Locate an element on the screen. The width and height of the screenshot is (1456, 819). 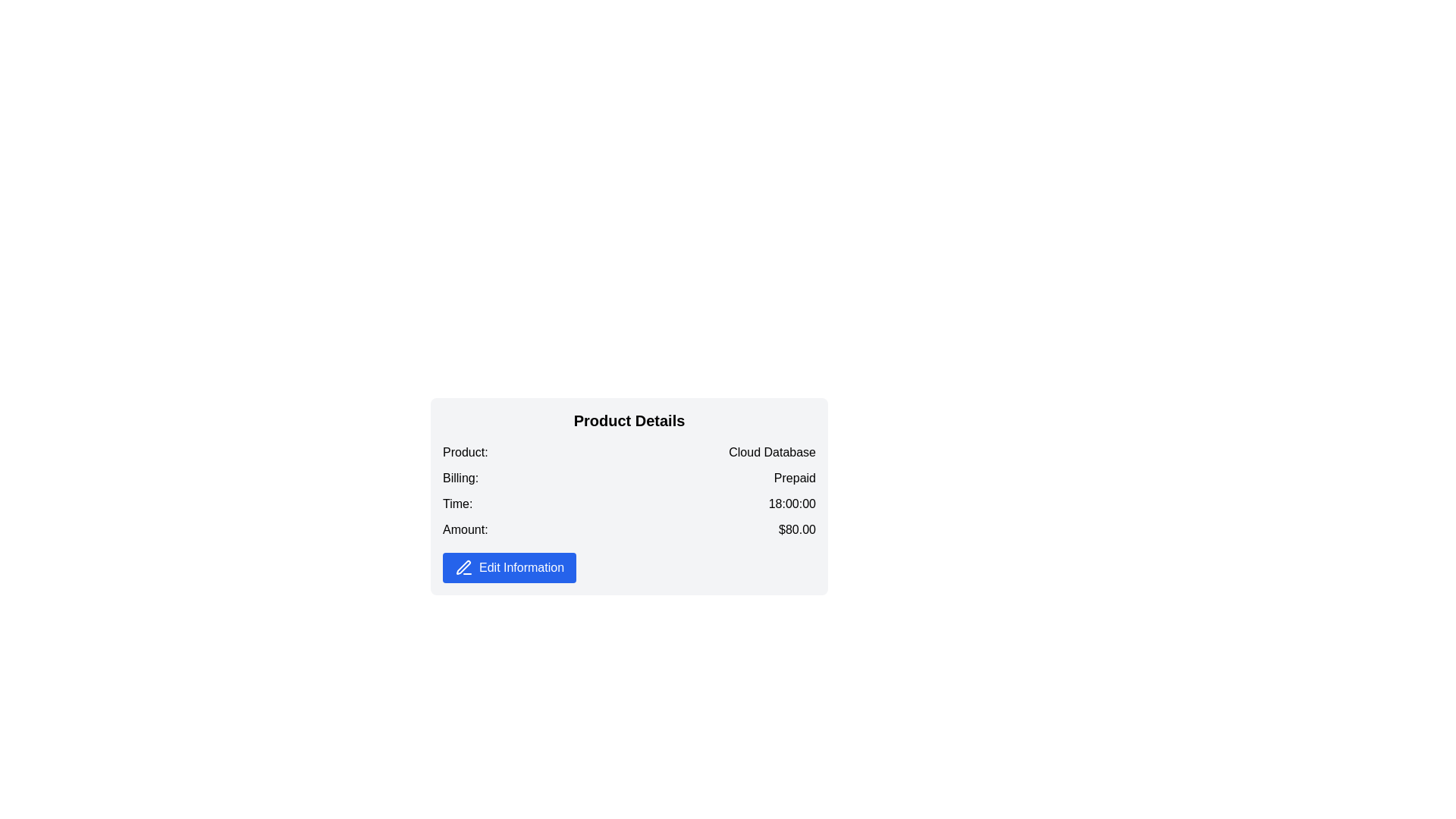
the editing icon located to the left of the 'Edit Information' button within the 'Product Details' panel is located at coordinates (463, 567).